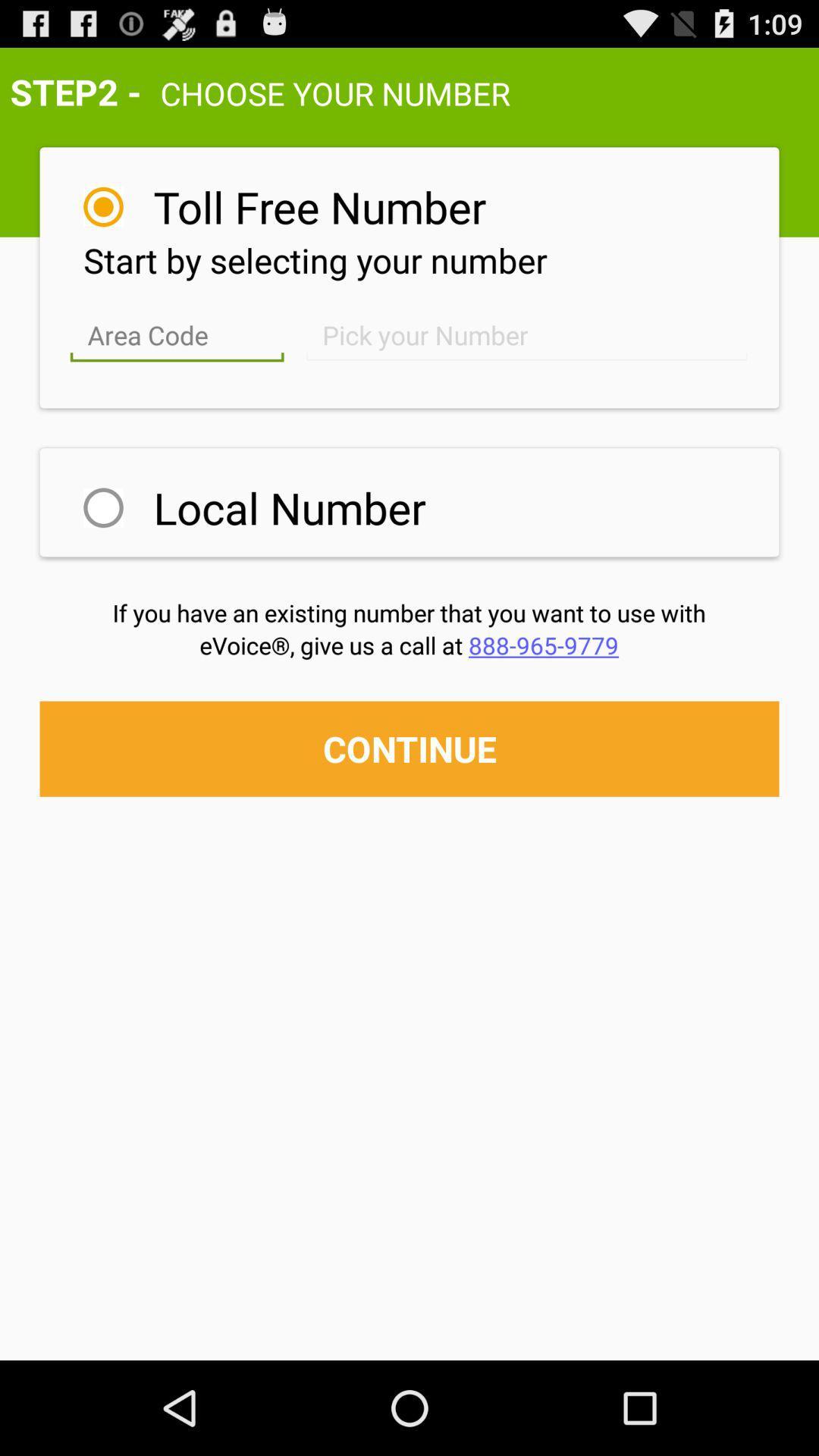  What do you see at coordinates (409, 748) in the screenshot?
I see `continue` at bounding box center [409, 748].